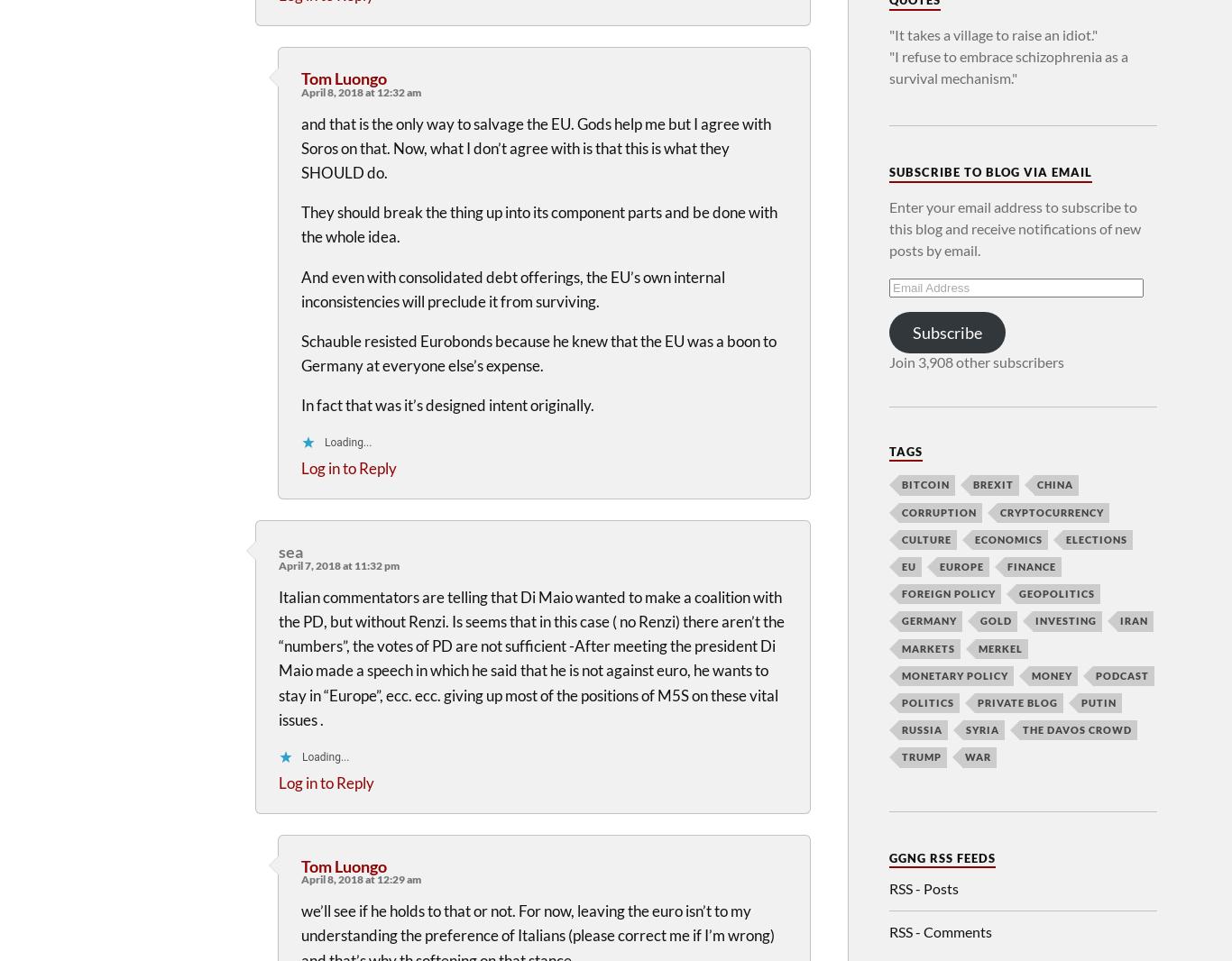 The height and width of the screenshot is (961, 1232). What do you see at coordinates (975, 361) in the screenshot?
I see `'Join 3,908 other subscribers'` at bounding box center [975, 361].